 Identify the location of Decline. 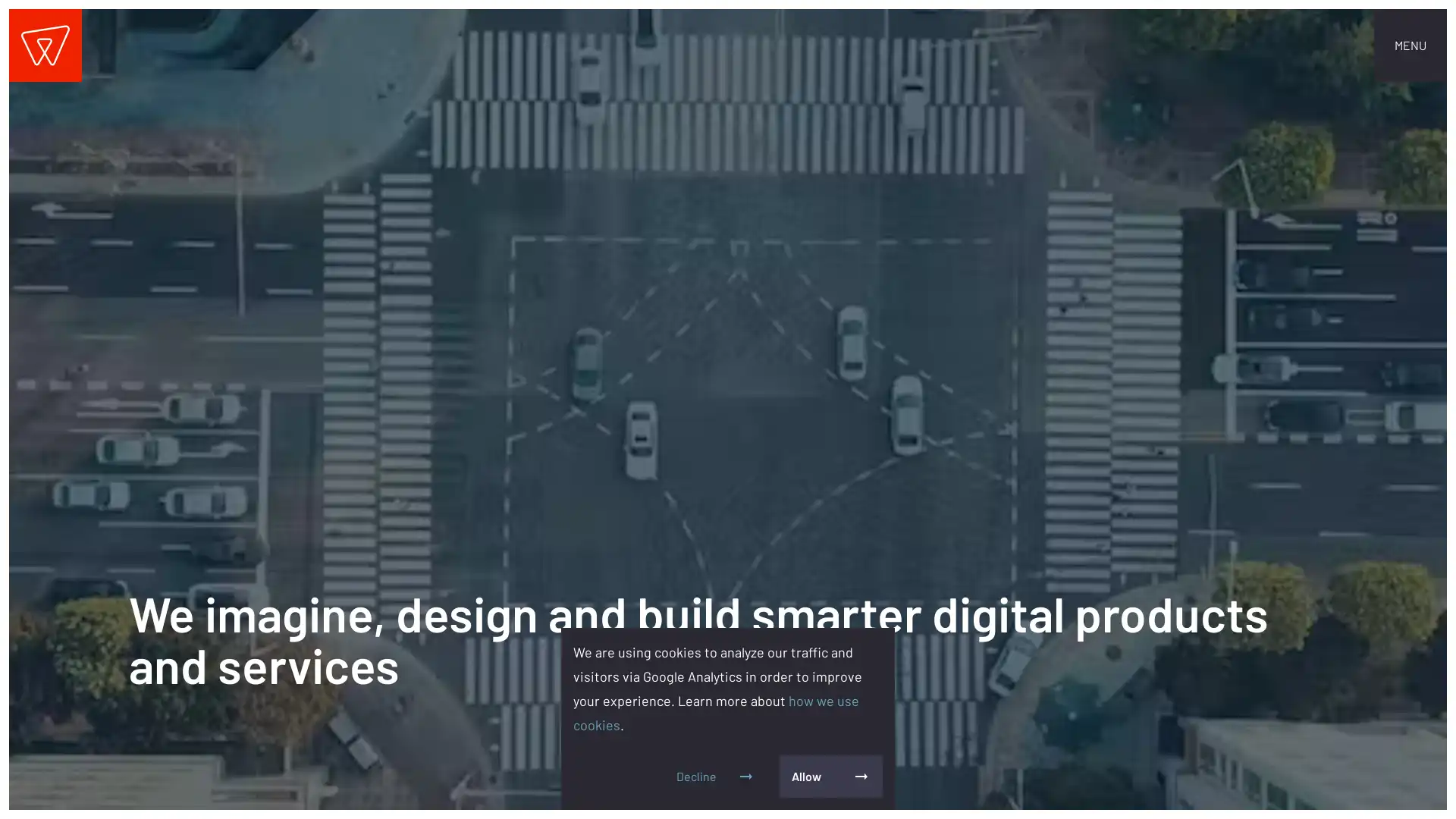
(715, 776).